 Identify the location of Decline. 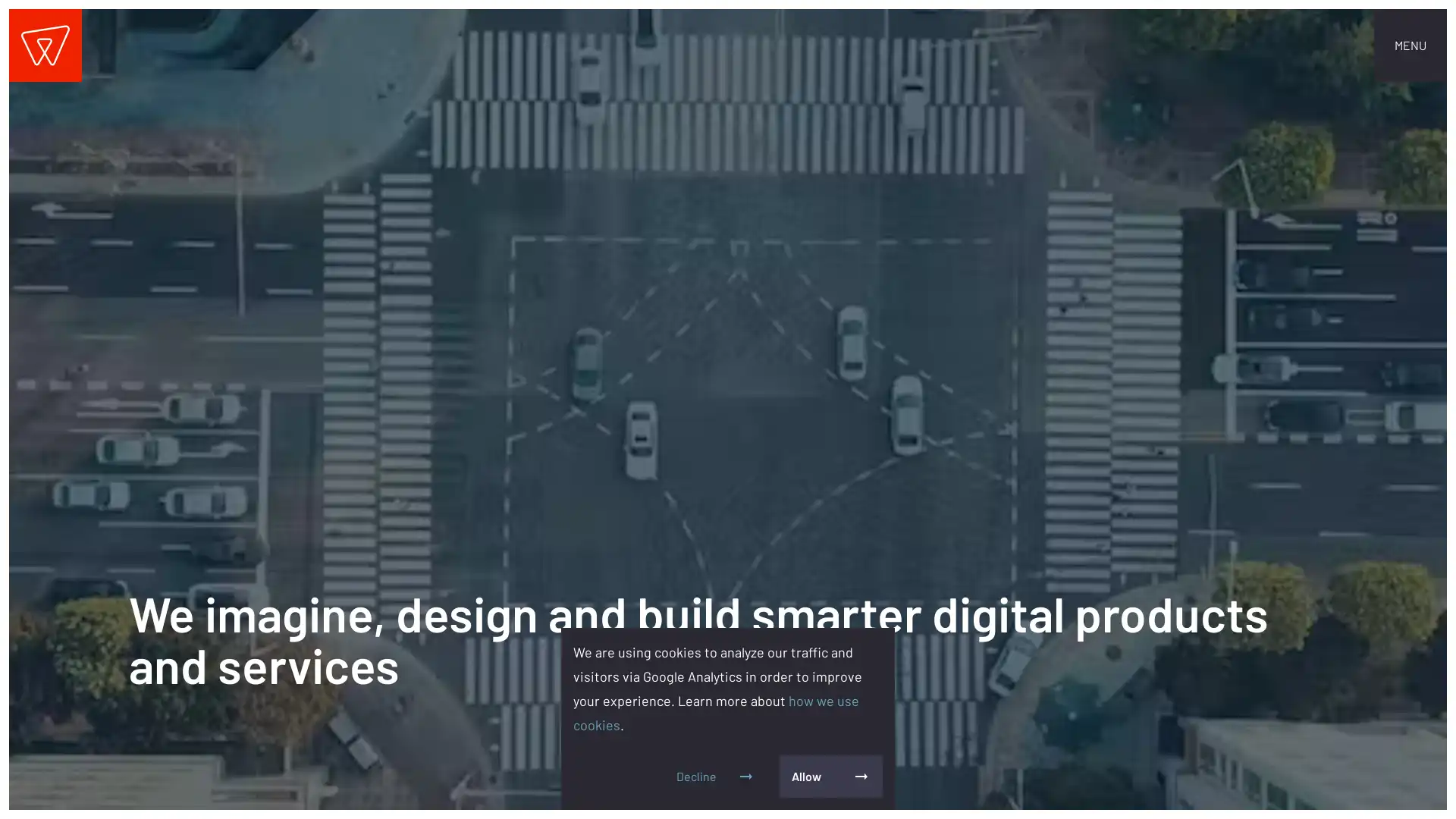
(715, 776).